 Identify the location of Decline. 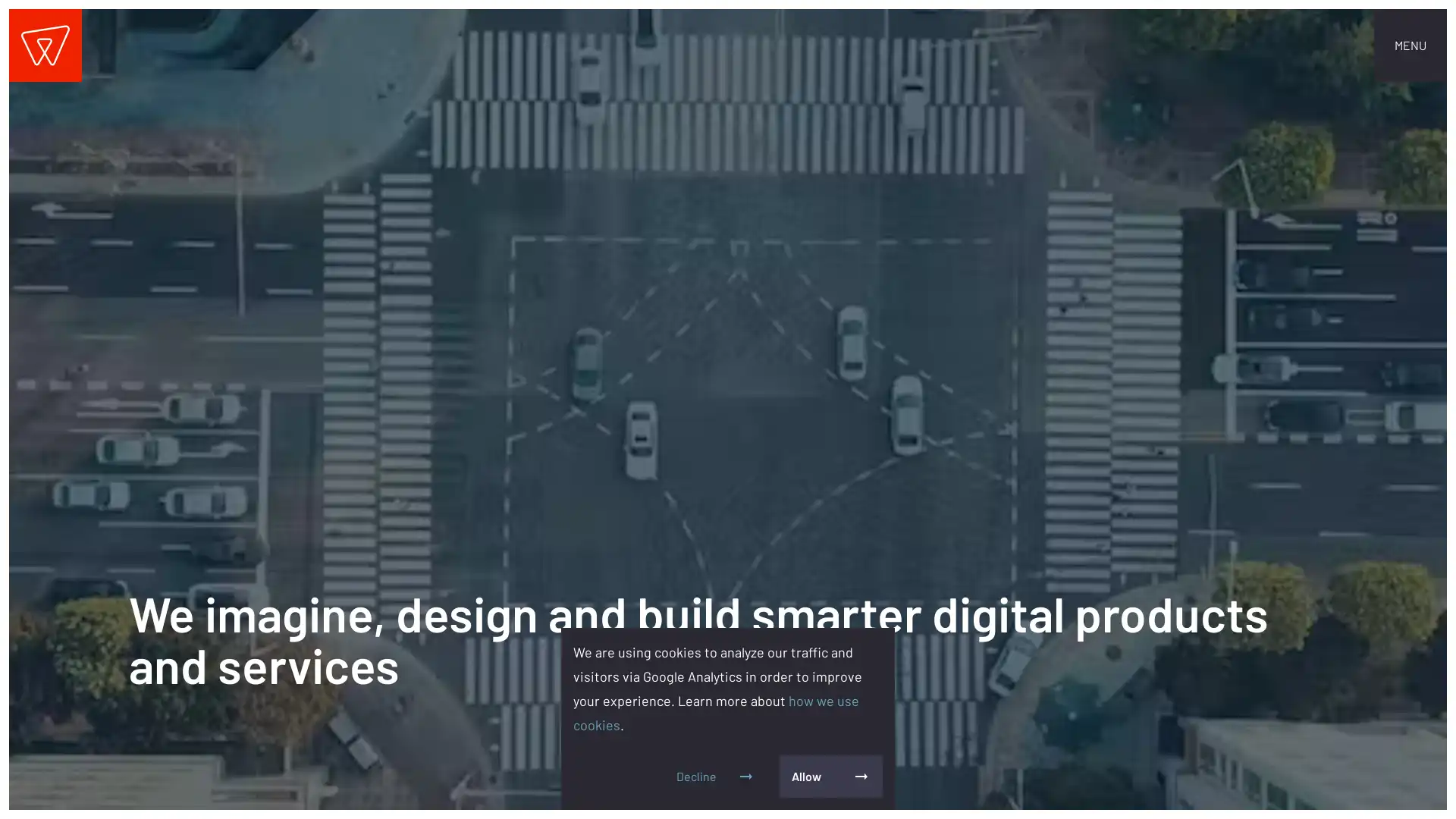
(715, 776).